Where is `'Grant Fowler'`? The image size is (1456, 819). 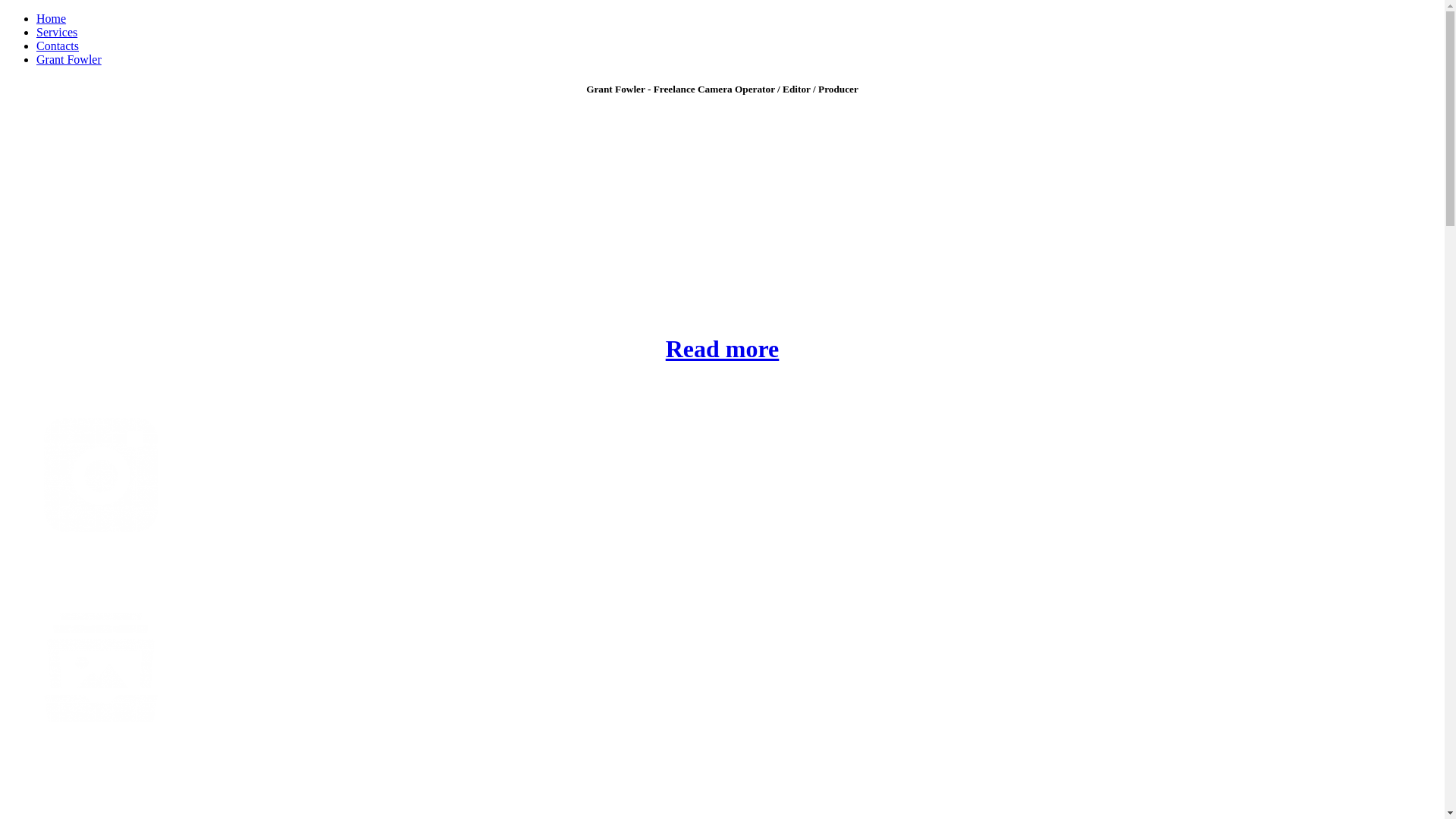
'Grant Fowler' is located at coordinates (36, 58).